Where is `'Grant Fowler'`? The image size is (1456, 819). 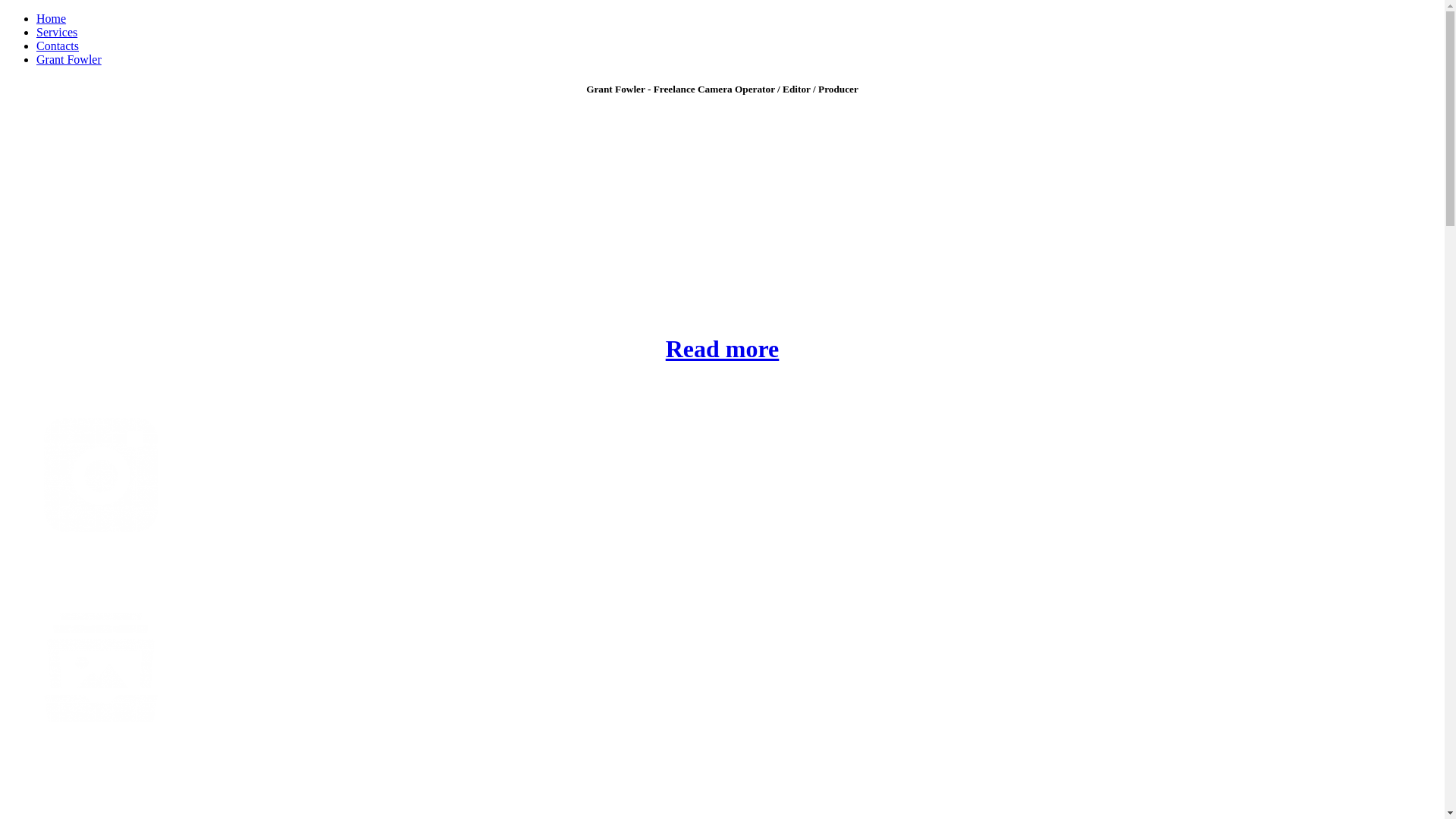
'Grant Fowler' is located at coordinates (36, 58).